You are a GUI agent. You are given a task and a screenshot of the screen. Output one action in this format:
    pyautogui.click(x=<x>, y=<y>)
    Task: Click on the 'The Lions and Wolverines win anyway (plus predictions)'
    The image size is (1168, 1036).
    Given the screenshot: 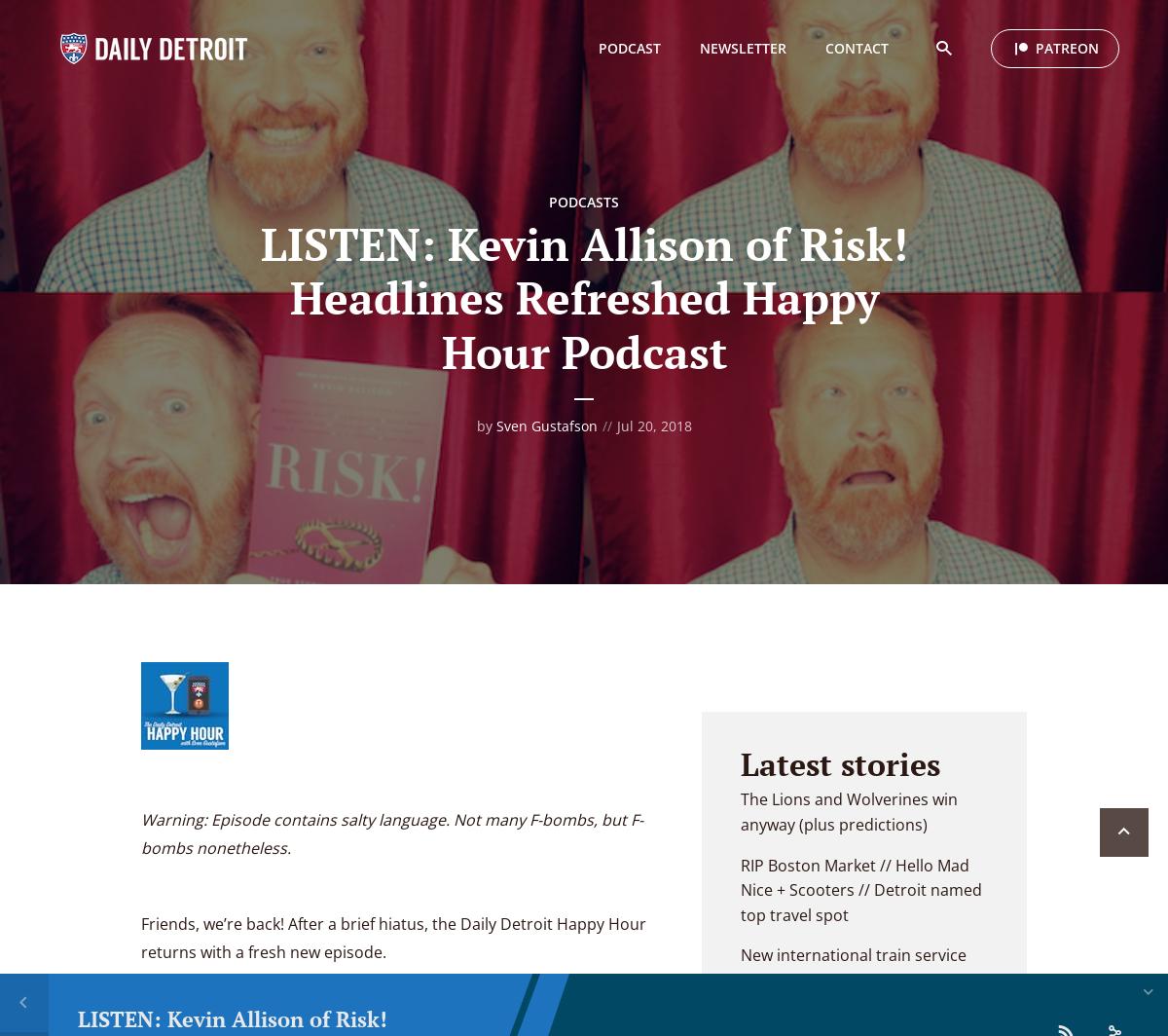 What is the action you would take?
    pyautogui.click(x=848, y=811)
    